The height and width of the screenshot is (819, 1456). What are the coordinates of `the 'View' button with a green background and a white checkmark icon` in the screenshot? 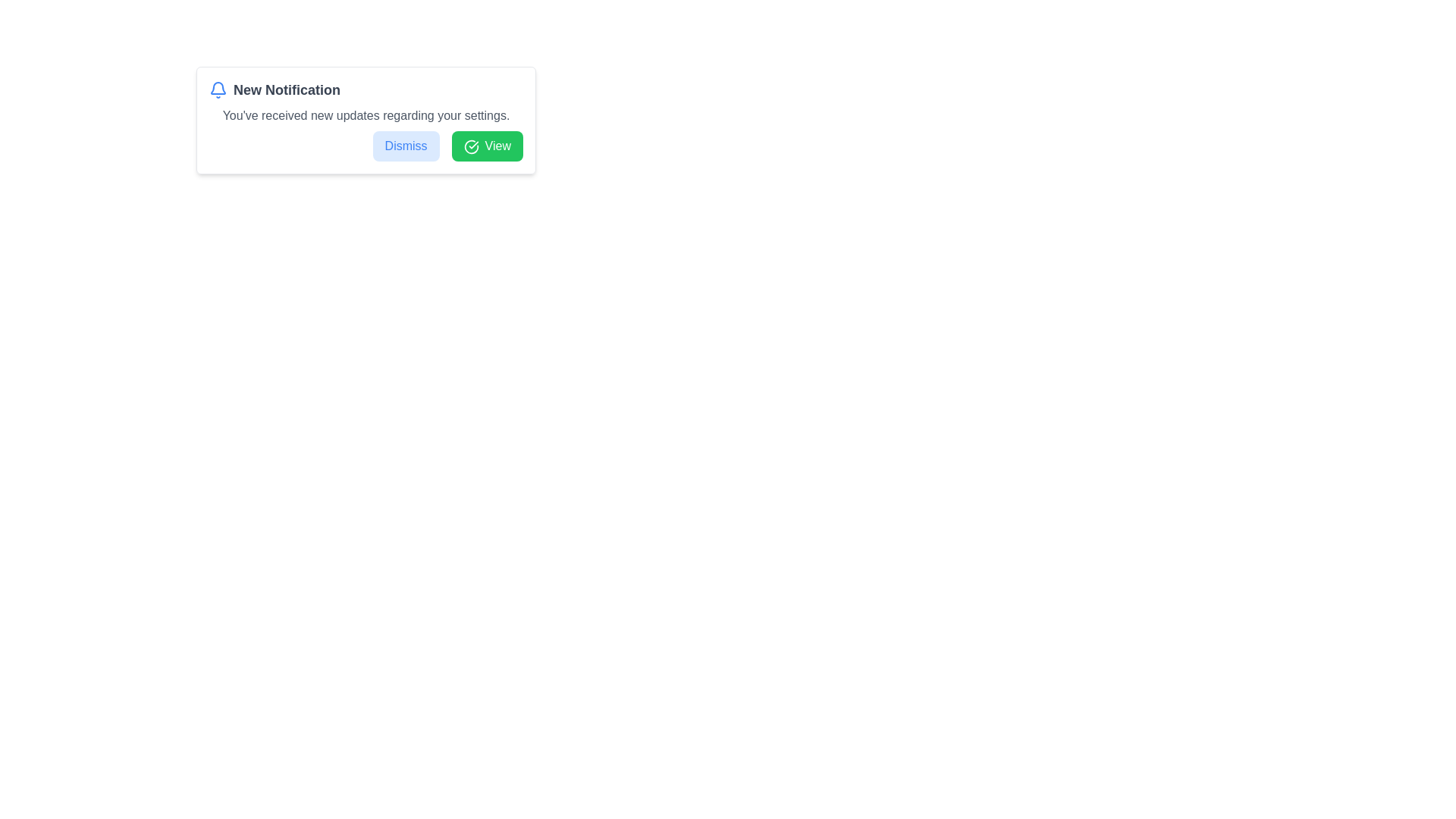 It's located at (487, 146).